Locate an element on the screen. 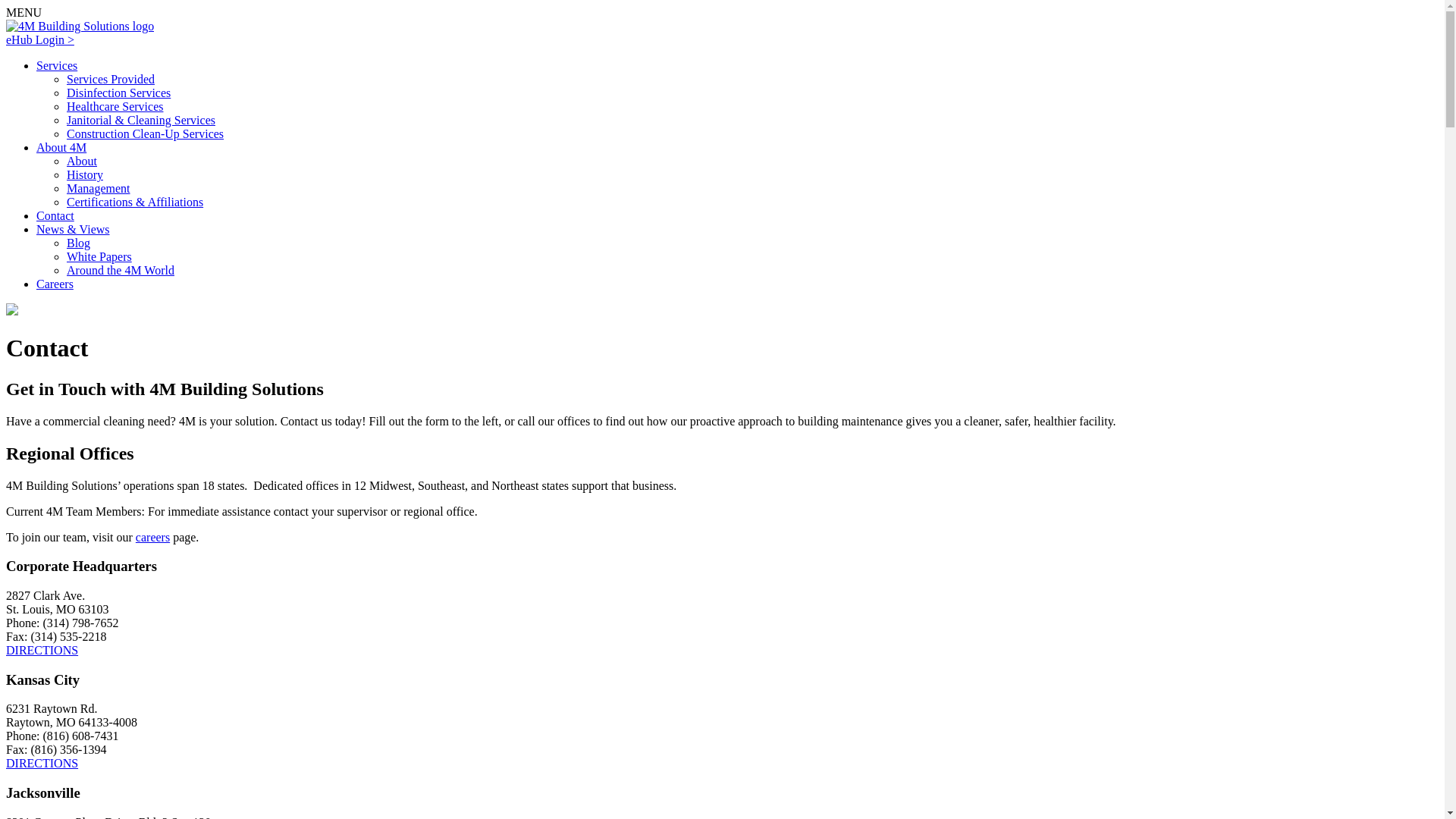  'Careers' is located at coordinates (55, 284).